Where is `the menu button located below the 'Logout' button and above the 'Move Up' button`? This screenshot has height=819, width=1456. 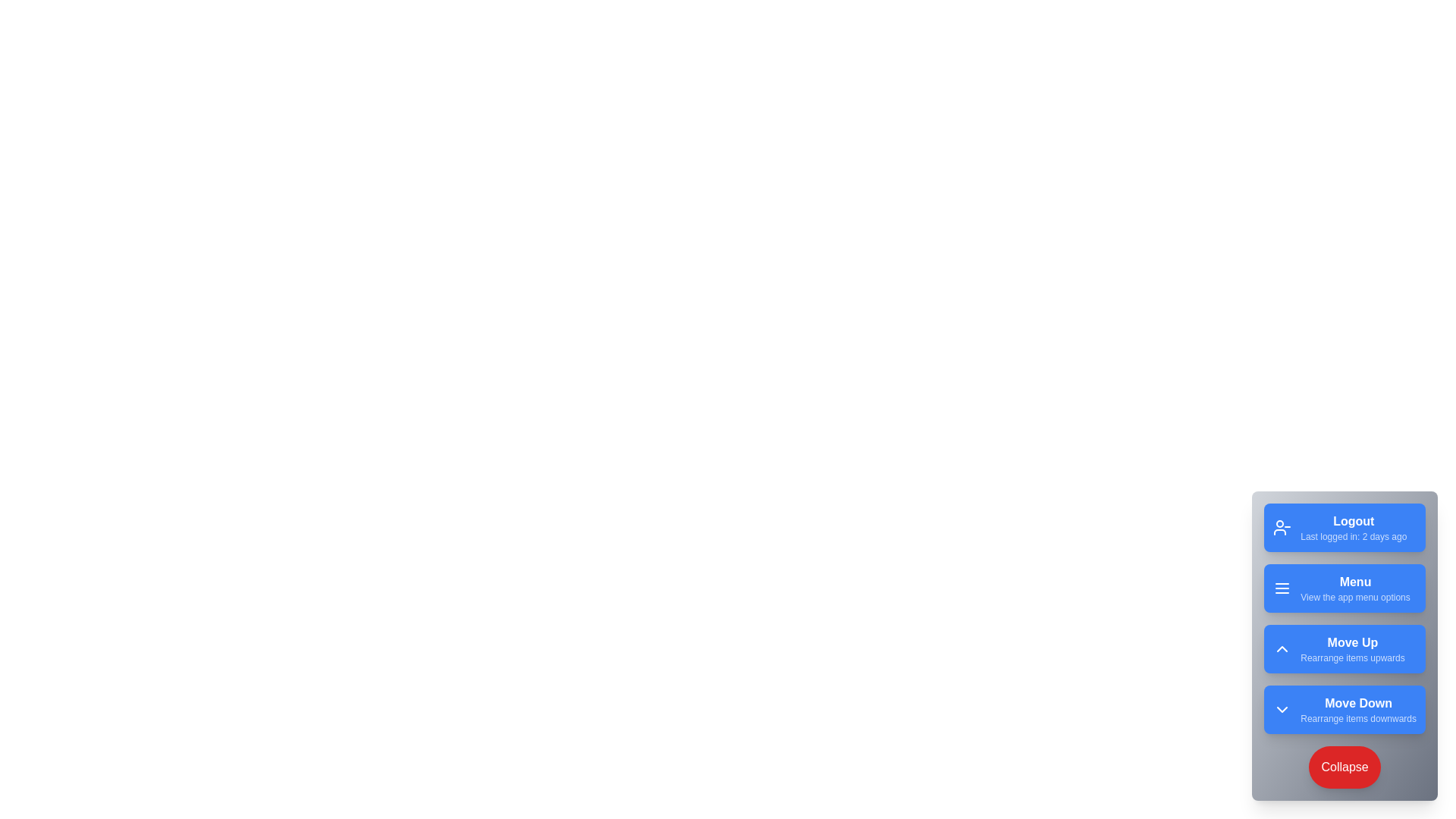 the menu button located below the 'Logout' button and above the 'Move Up' button is located at coordinates (1345, 587).